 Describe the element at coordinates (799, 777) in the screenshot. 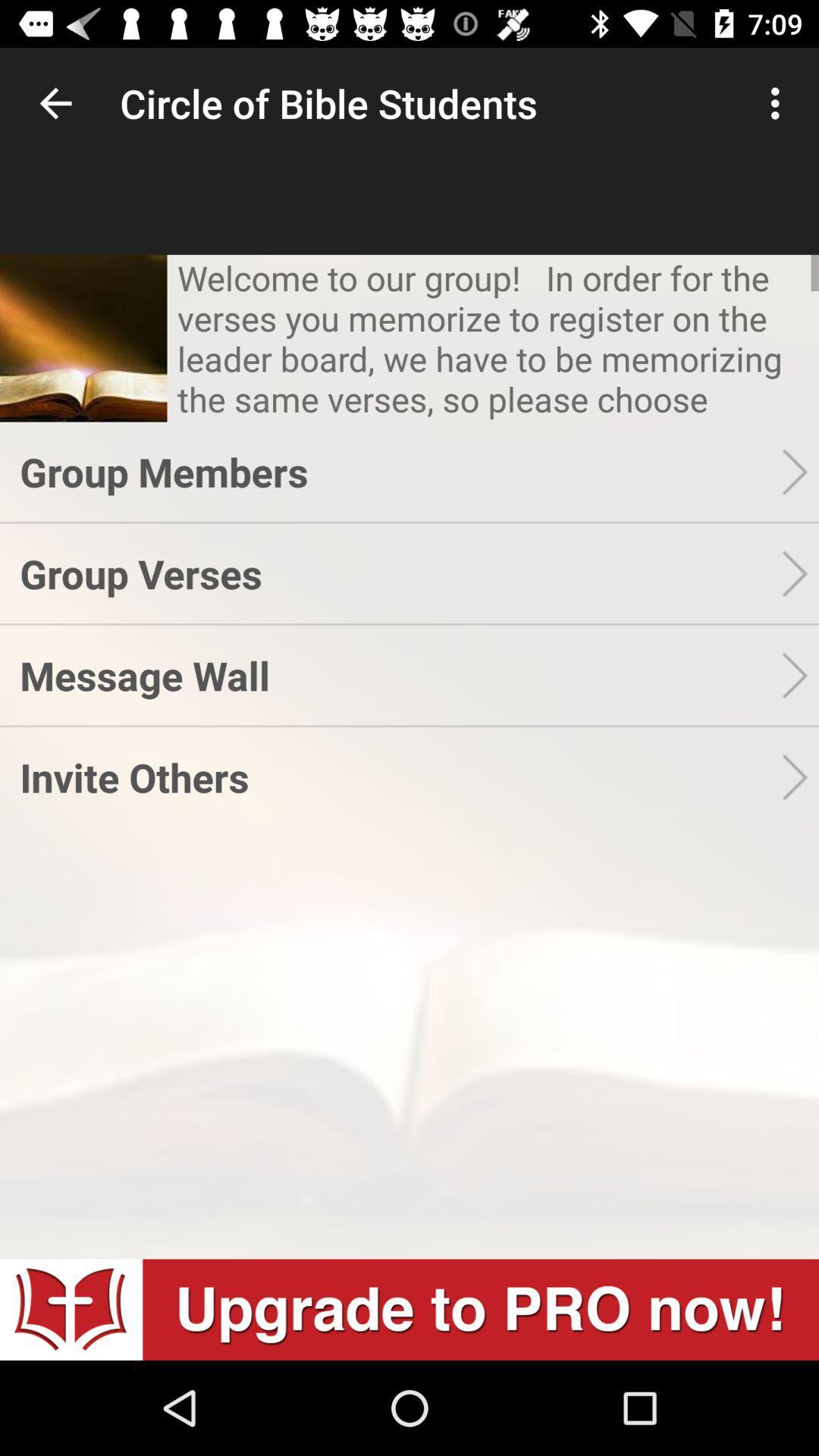

I see `the arrow icon next to invite others` at that location.